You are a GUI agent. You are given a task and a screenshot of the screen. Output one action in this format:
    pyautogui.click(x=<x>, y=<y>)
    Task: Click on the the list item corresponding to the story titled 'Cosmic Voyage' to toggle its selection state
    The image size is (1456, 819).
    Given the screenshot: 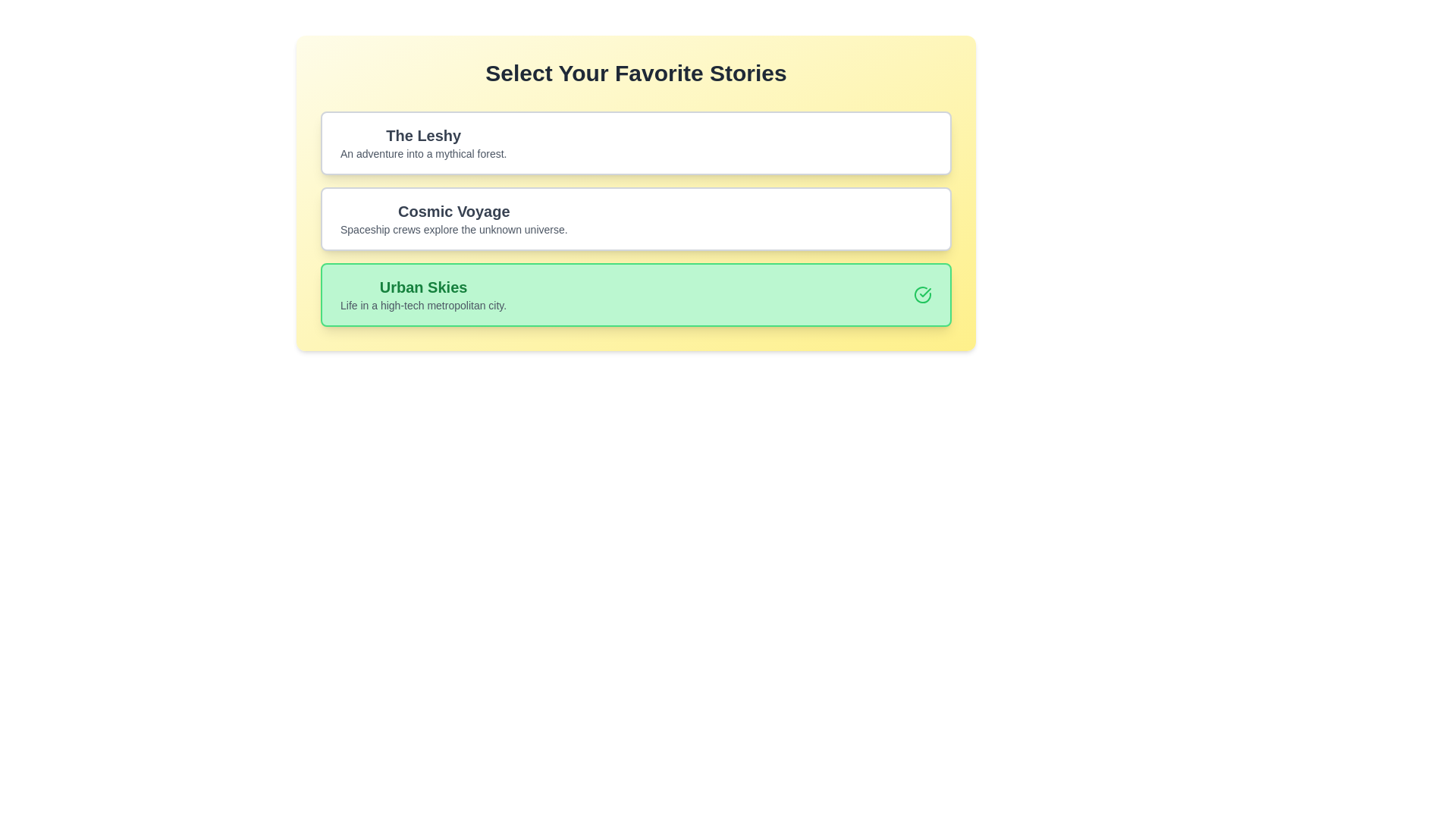 What is the action you would take?
    pyautogui.click(x=636, y=219)
    